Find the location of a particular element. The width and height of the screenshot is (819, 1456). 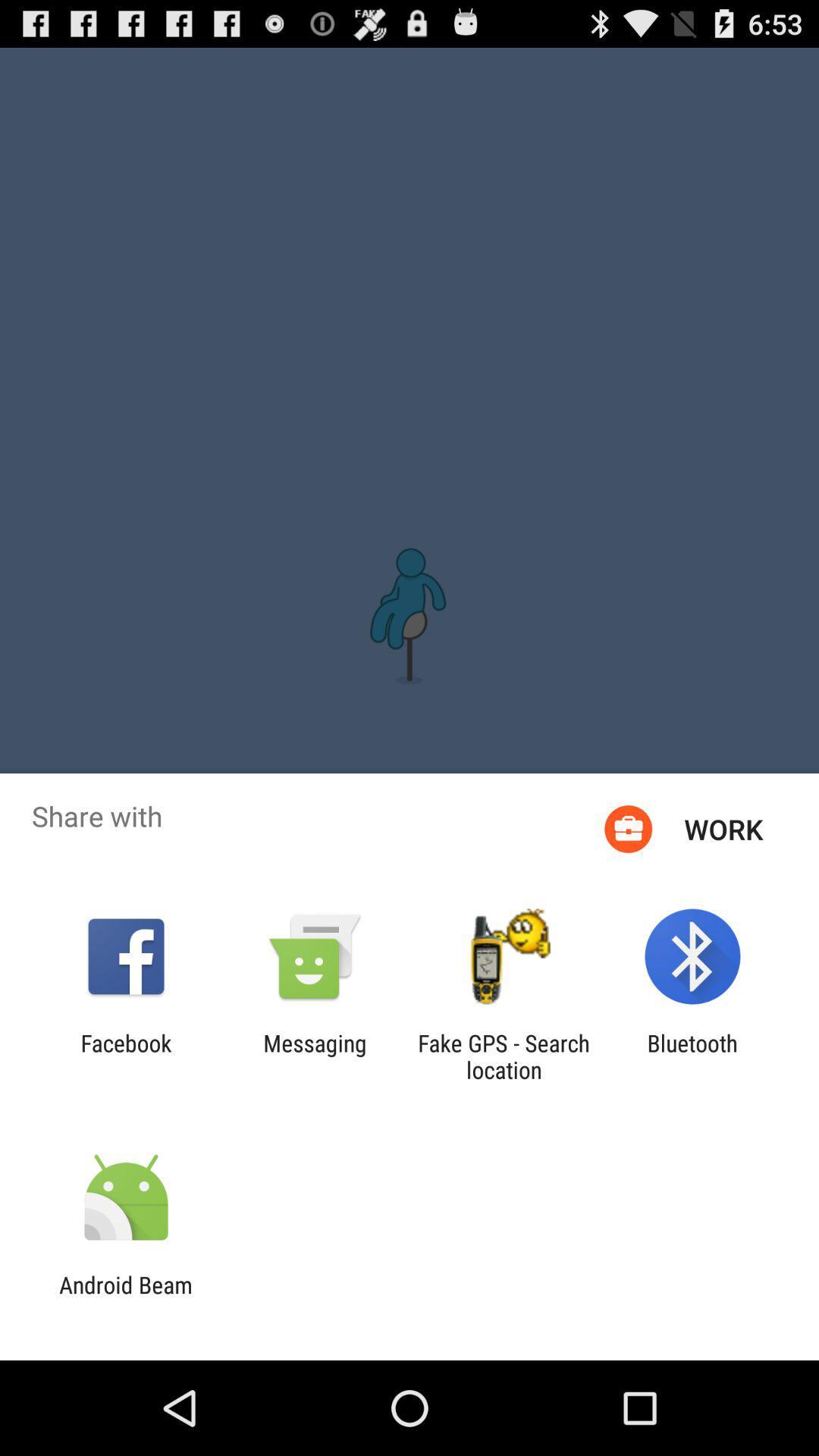

android beam app is located at coordinates (125, 1298).